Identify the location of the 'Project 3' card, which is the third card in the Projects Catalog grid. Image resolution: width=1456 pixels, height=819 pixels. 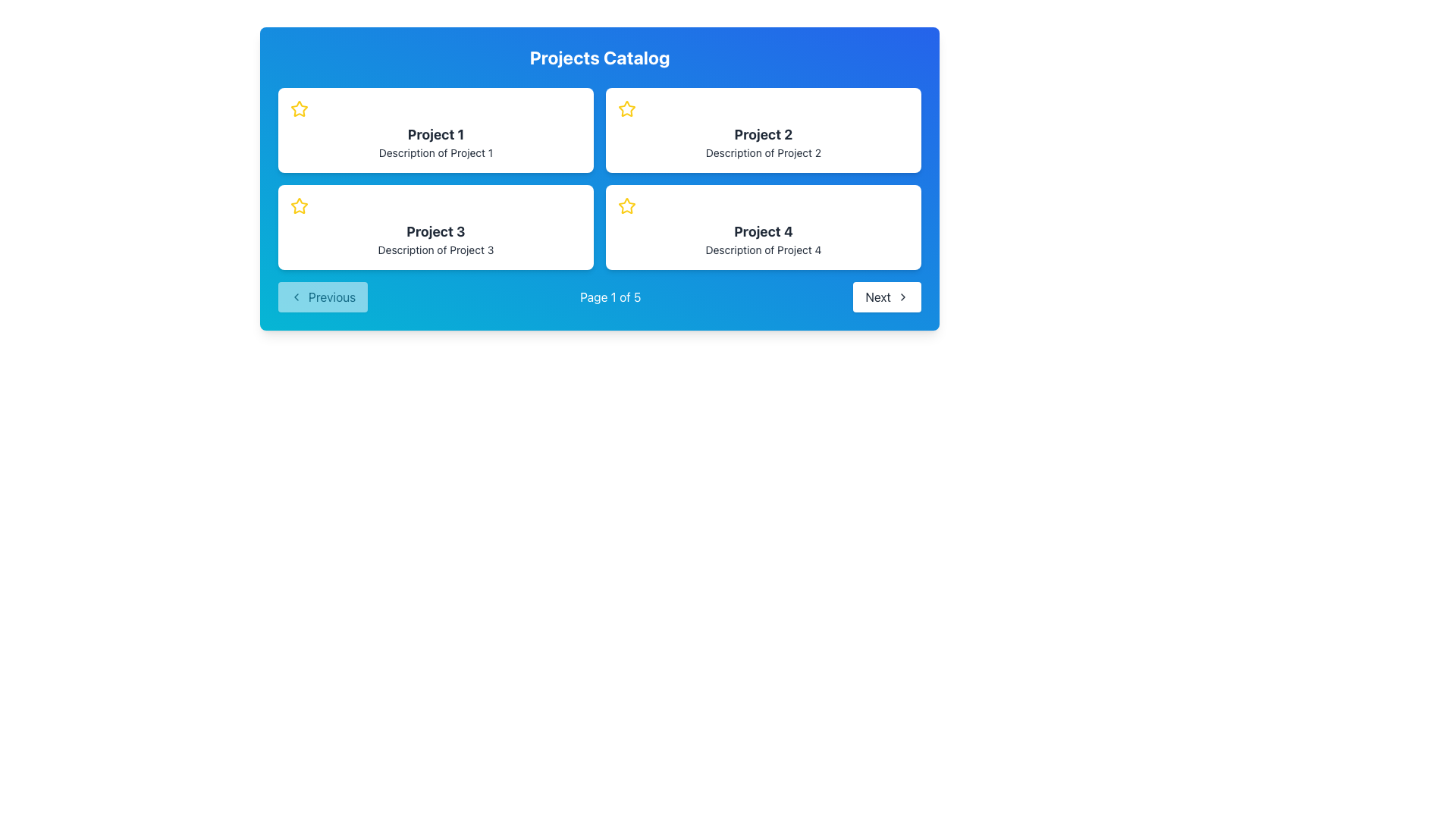
(435, 227).